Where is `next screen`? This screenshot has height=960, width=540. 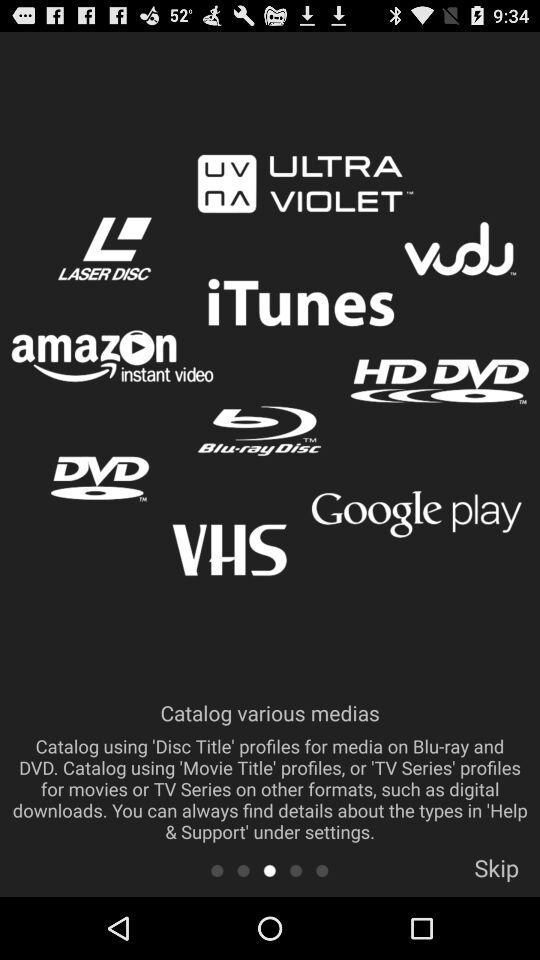
next screen is located at coordinates (295, 869).